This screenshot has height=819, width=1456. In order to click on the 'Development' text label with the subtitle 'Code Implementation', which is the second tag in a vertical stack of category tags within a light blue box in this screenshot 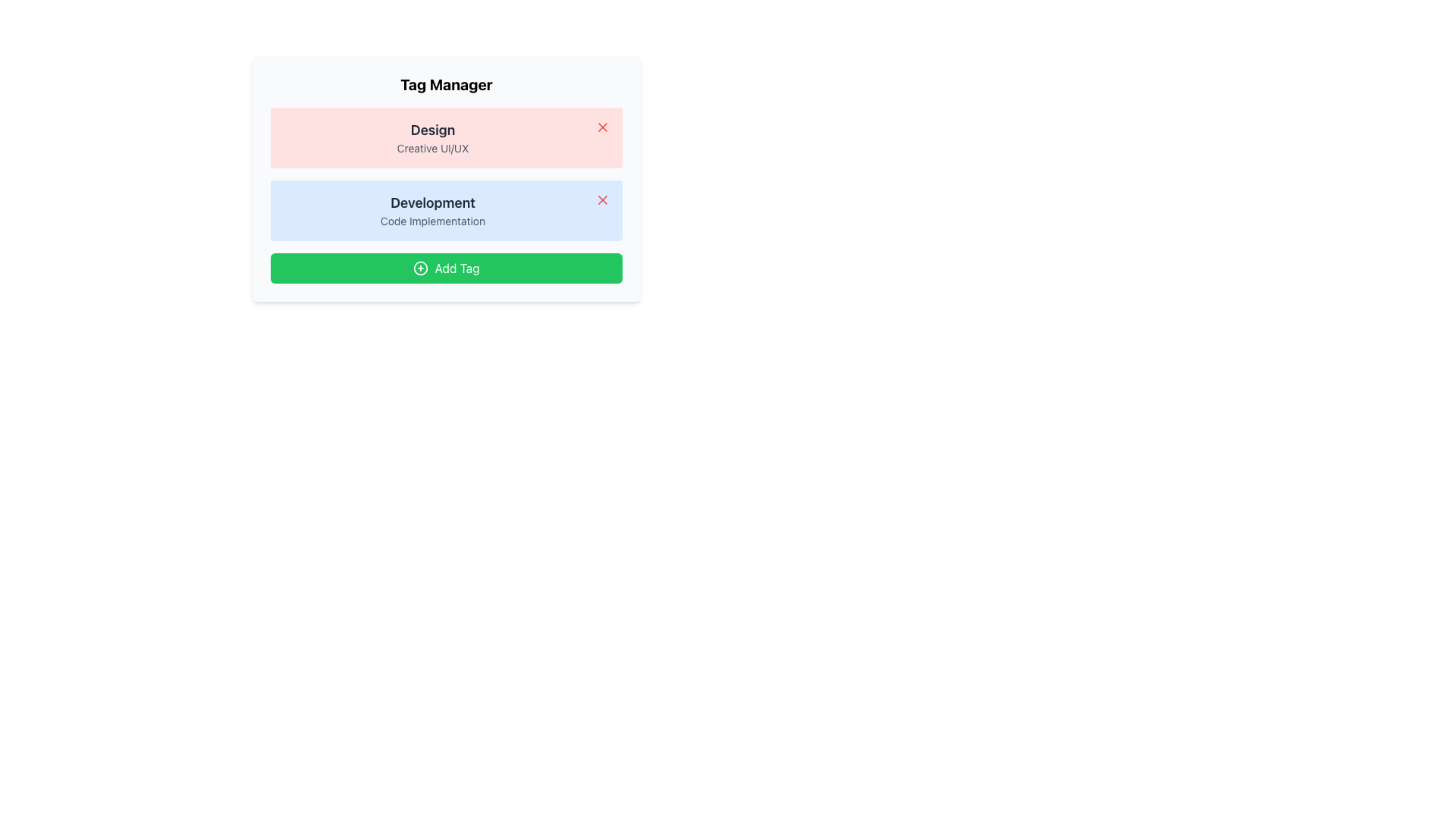, I will do `click(432, 210)`.